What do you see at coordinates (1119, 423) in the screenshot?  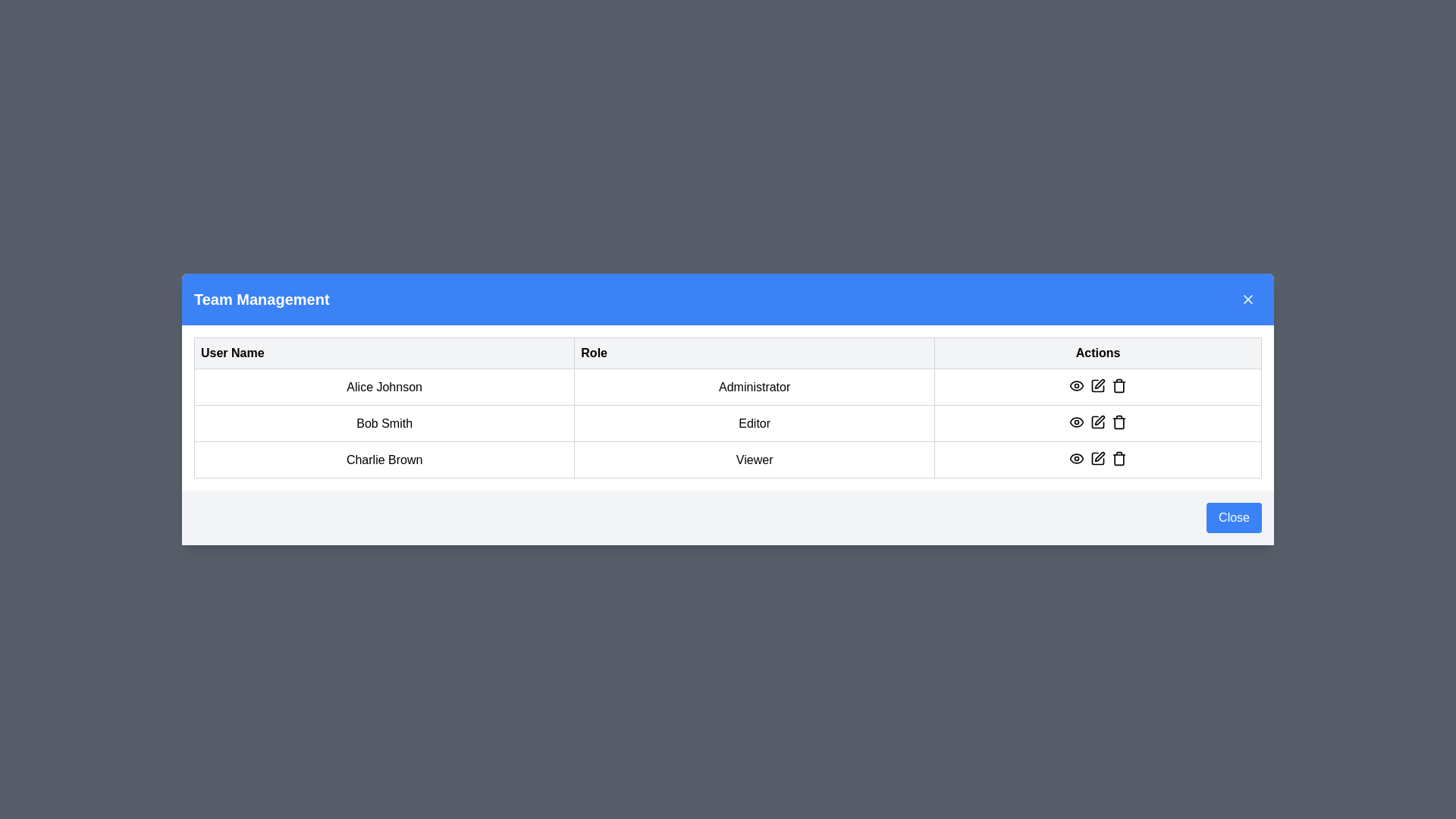 I see `the delete icon button located at the bottom-right corner of the modal window in the 'Actions' section to initiate deletion for the item corresponding to Bob Smith` at bounding box center [1119, 423].